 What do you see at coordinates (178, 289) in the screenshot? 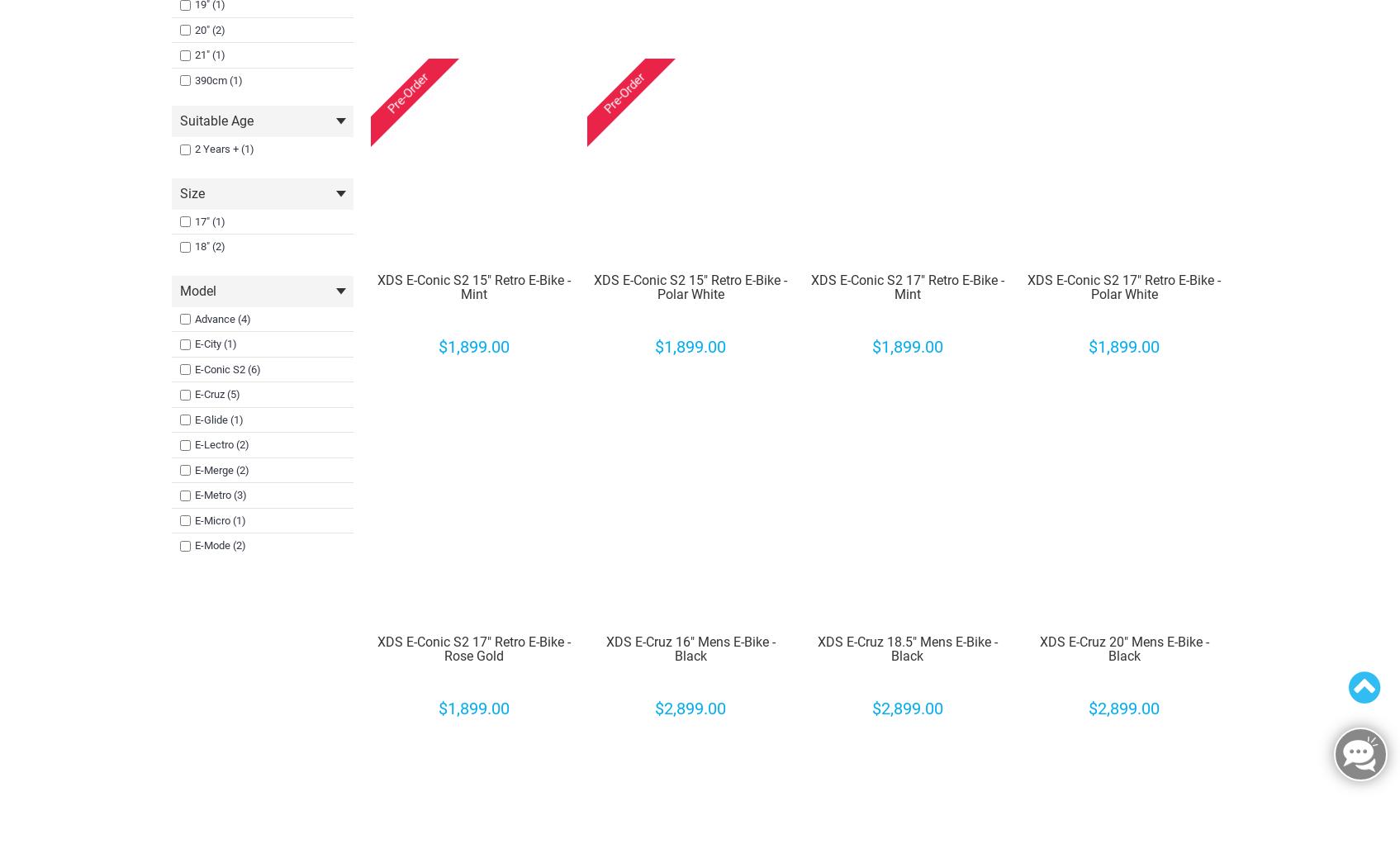
I see `'Model'` at bounding box center [178, 289].